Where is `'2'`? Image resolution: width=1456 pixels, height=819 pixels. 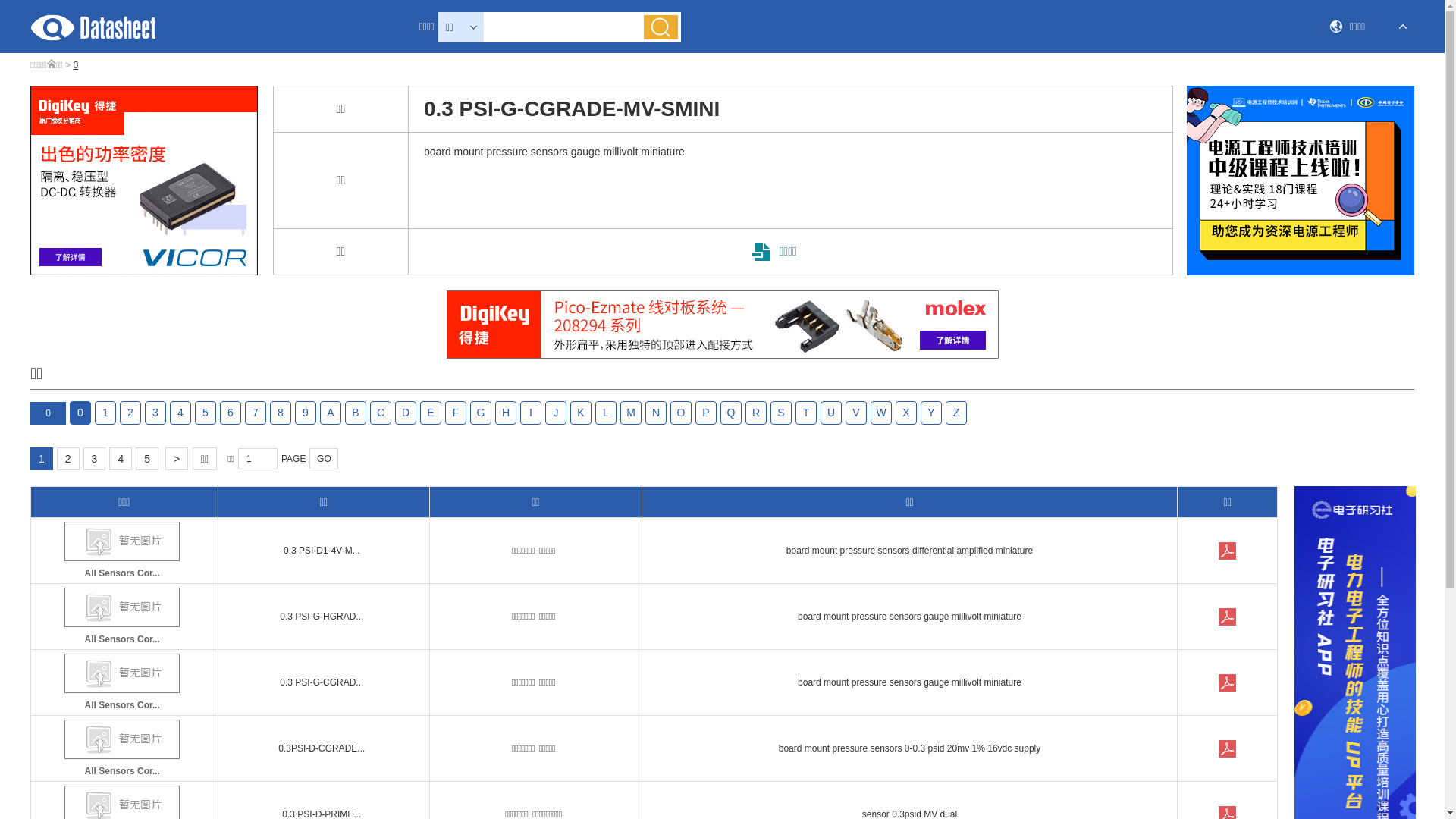 '2' is located at coordinates (67, 458).